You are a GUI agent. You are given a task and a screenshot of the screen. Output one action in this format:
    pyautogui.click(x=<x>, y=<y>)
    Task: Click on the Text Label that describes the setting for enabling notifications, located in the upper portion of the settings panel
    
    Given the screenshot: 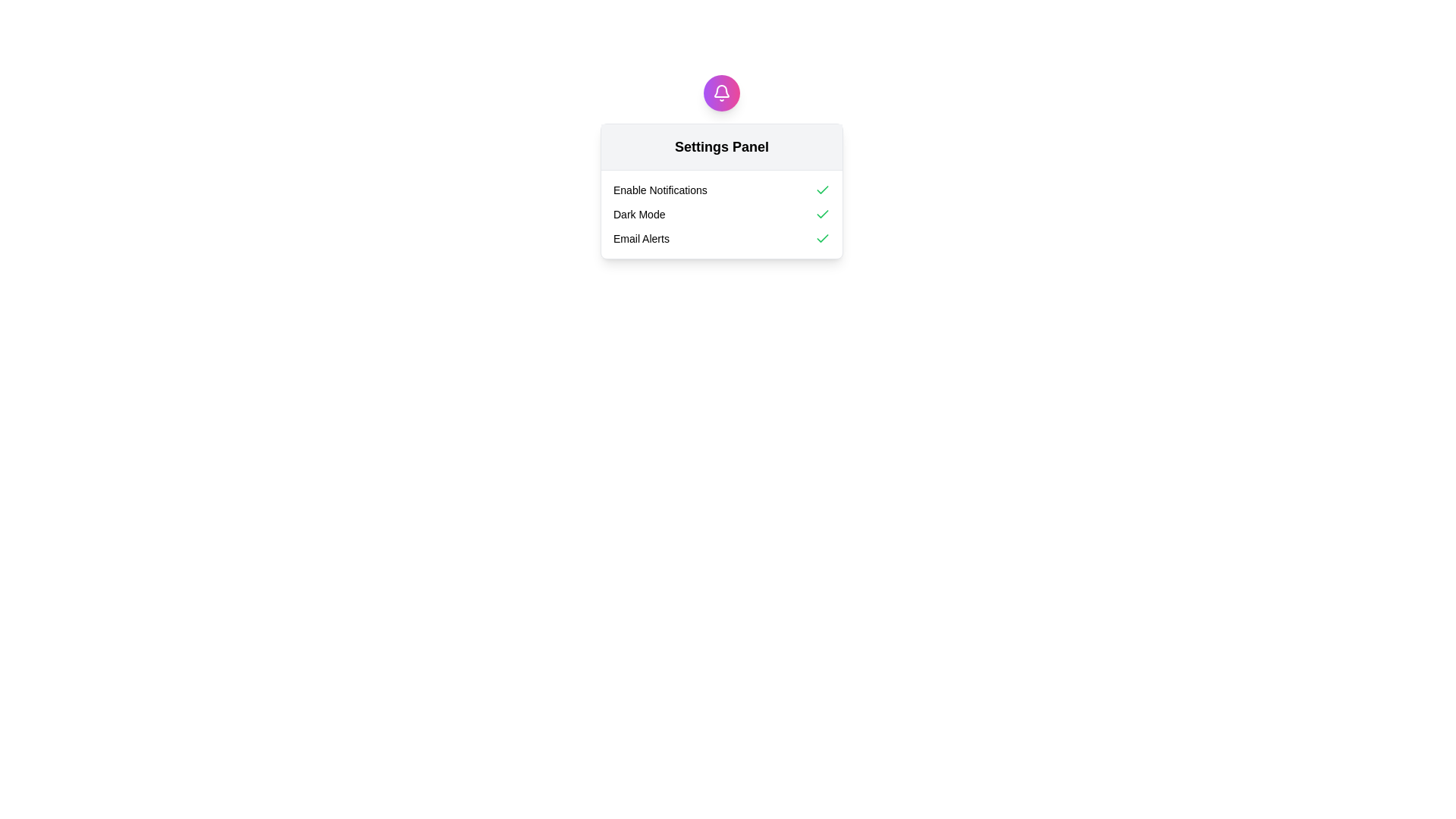 What is the action you would take?
    pyautogui.click(x=660, y=189)
    